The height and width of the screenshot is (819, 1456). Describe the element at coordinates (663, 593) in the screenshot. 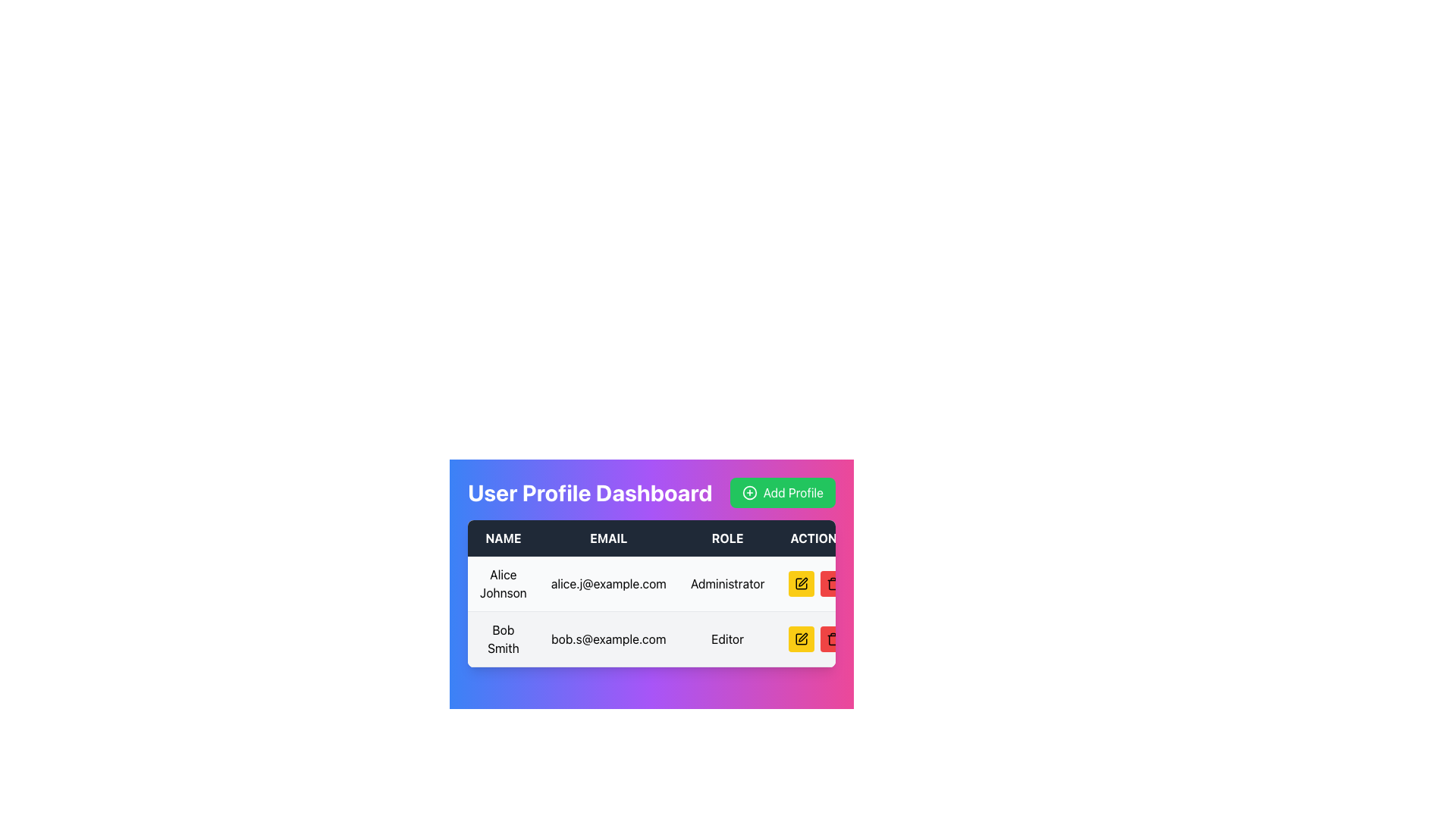

I see `the structured table displaying user information, specifically on the columns labeled 'Name', 'Email', 'Role', and 'Actions'` at that location.